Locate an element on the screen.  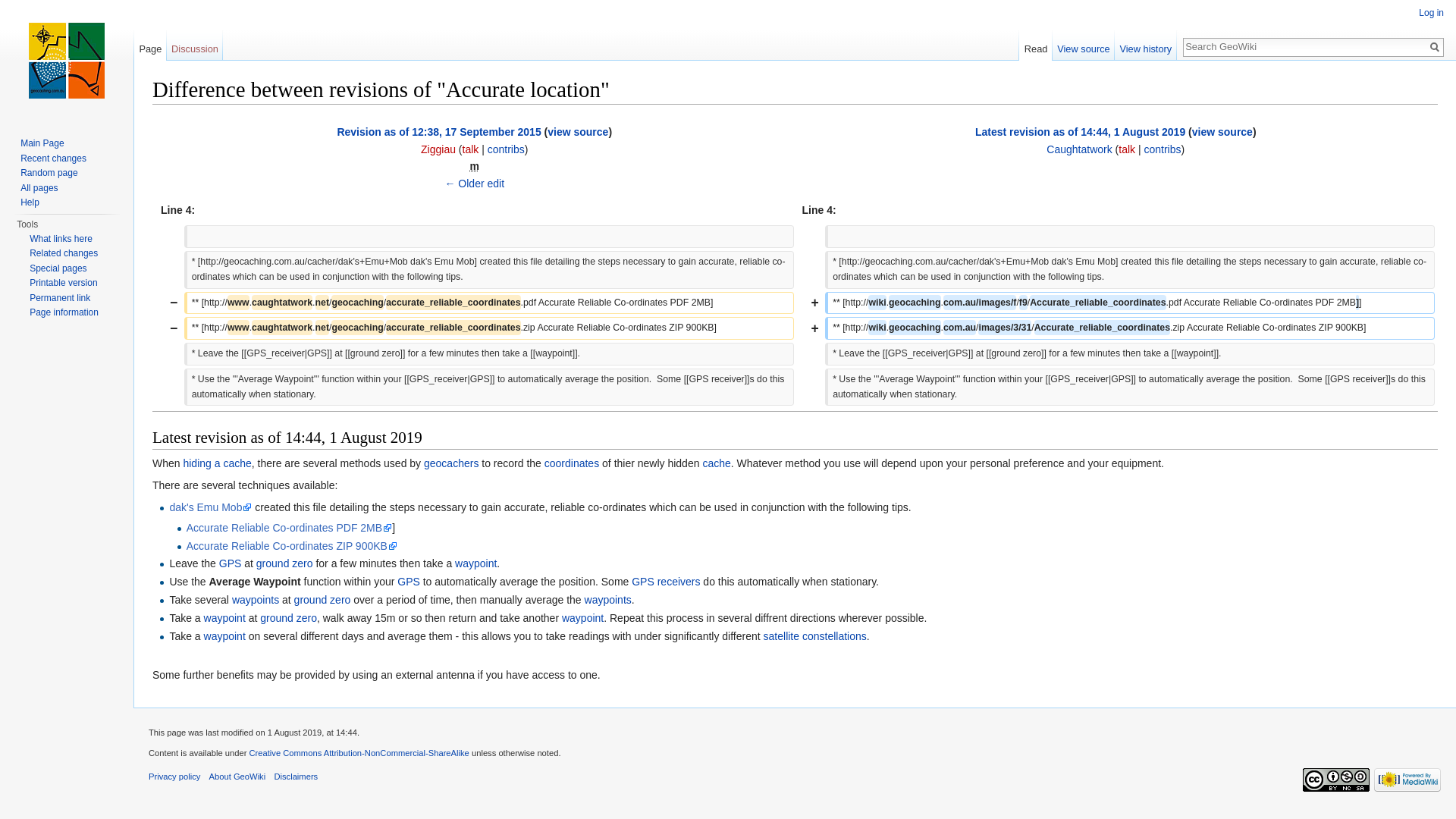
'Caughtatwork' is located at coordinates (1078, 149).